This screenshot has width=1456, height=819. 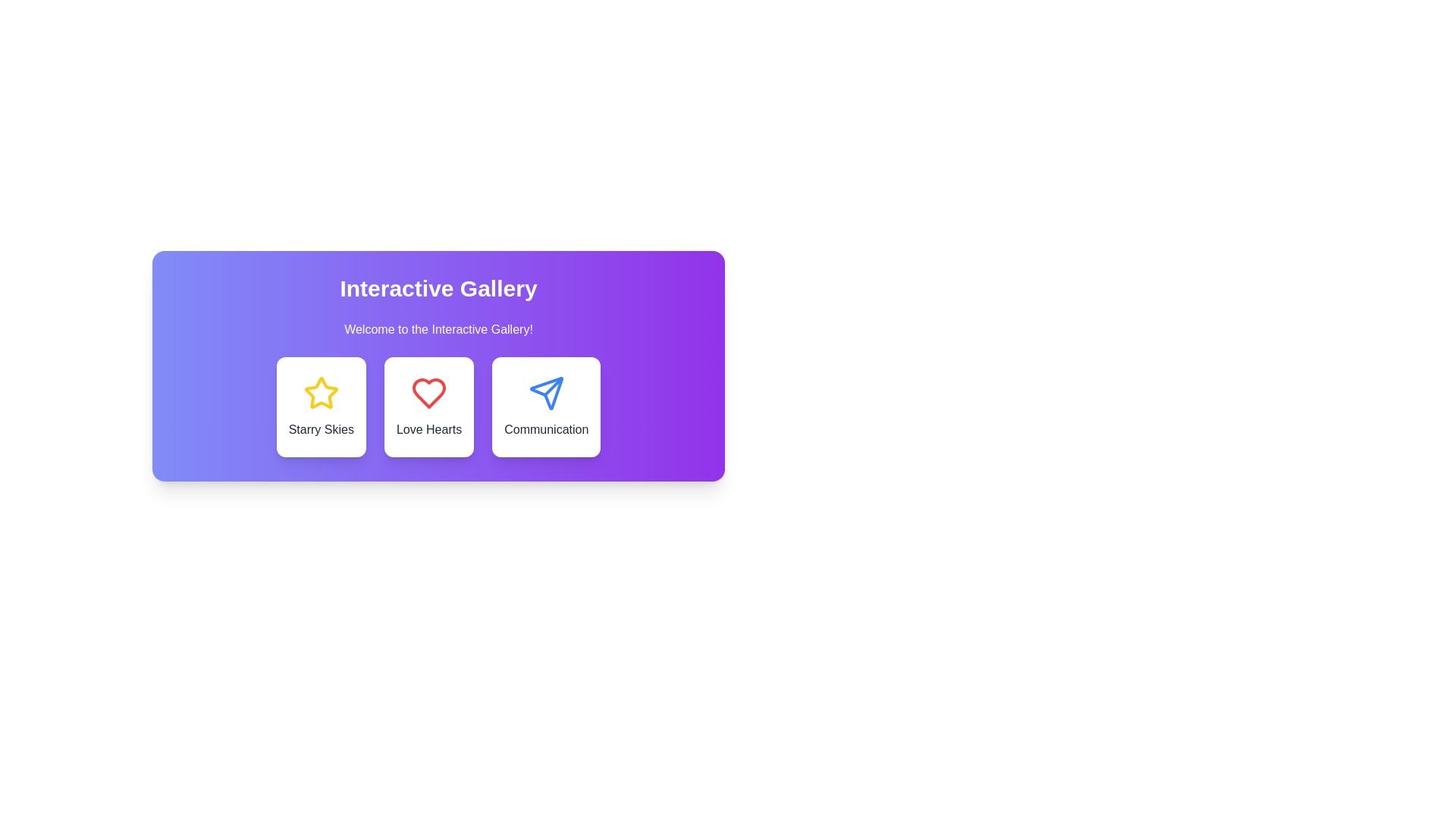 I want to click on the 'Starry Skies' button, which is a rectangular card with a white background, a yellow star icon at the top, and positioned leftmost in the 'Interactive Gallery' section, so click(x=320, y=406).